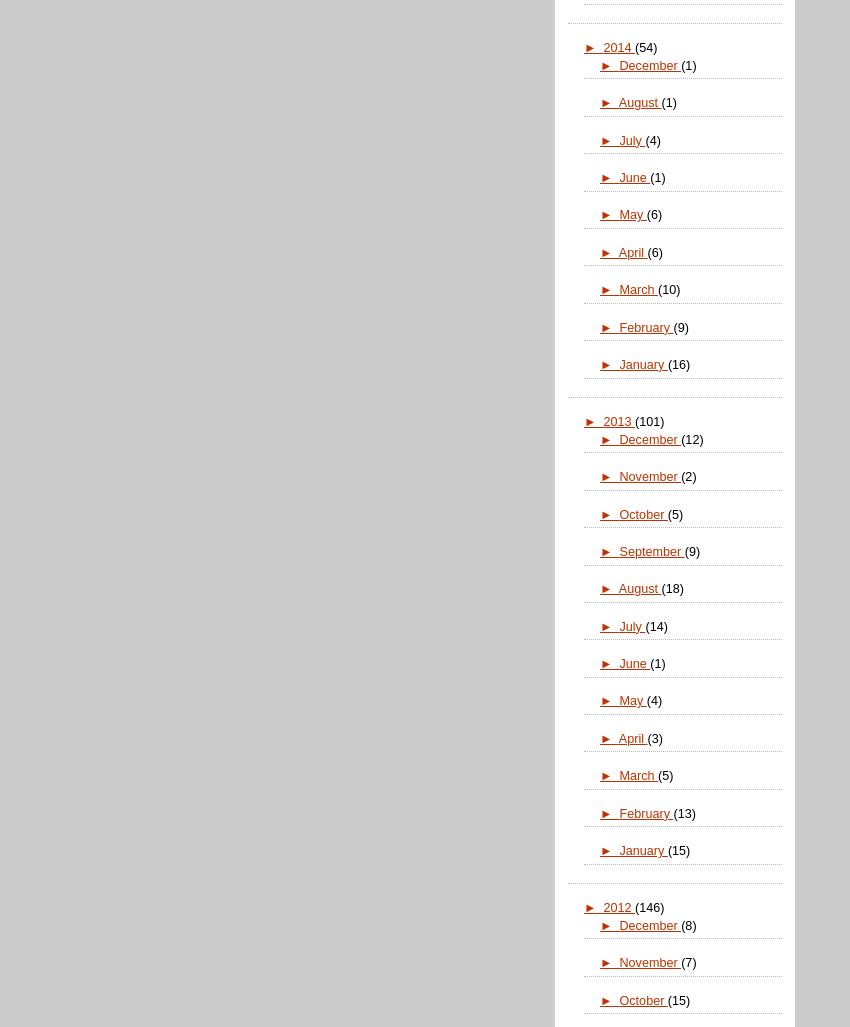 The width and height of the screenshot is (850, 1027). What do you see at coordinates (657, 289) in the screenshot?
I see `'(10)'` at bounding box center [657, 289].